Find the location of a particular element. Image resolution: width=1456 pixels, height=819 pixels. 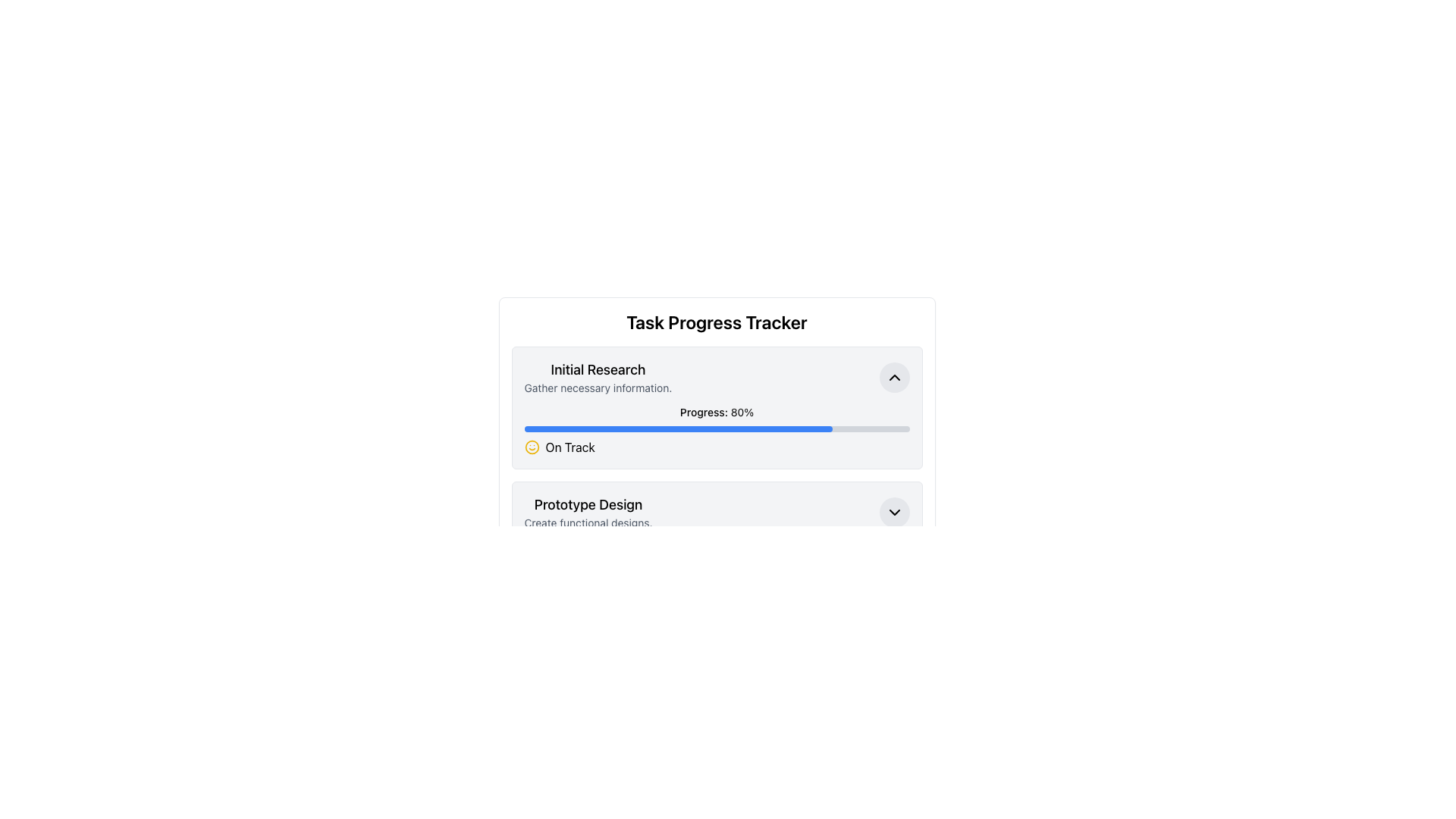

the progress bar labeled 'Progress: 80%' within the task information card titled 'Initial Research', which displays a blue fill and an 'On Track' label with a yellow smiley face icon is located at coordinates (716, 430).